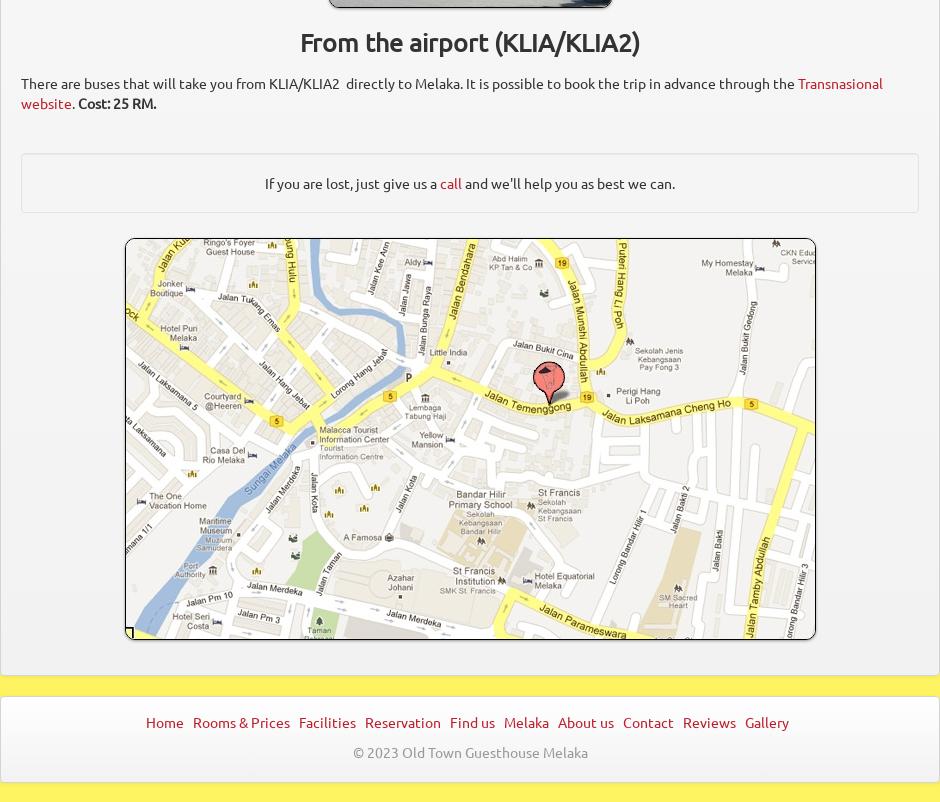  What do you see at coordinates (362, 720) in the screenshot?
I see `'Reservation'` at bounding box center [362, 720].